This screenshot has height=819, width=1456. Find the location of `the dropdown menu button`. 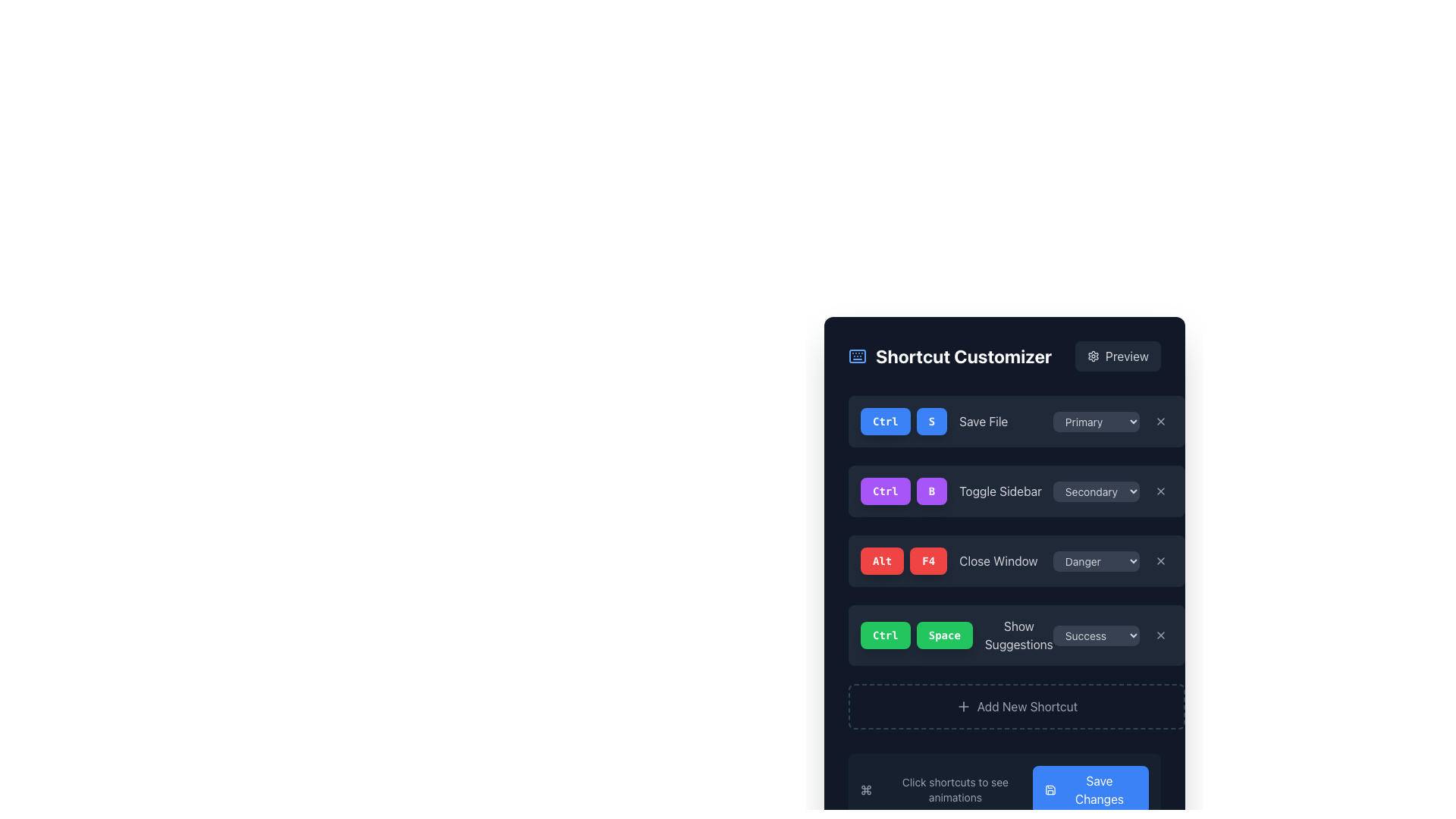

the dropdown menu button is located at coordinates (1112, 561).